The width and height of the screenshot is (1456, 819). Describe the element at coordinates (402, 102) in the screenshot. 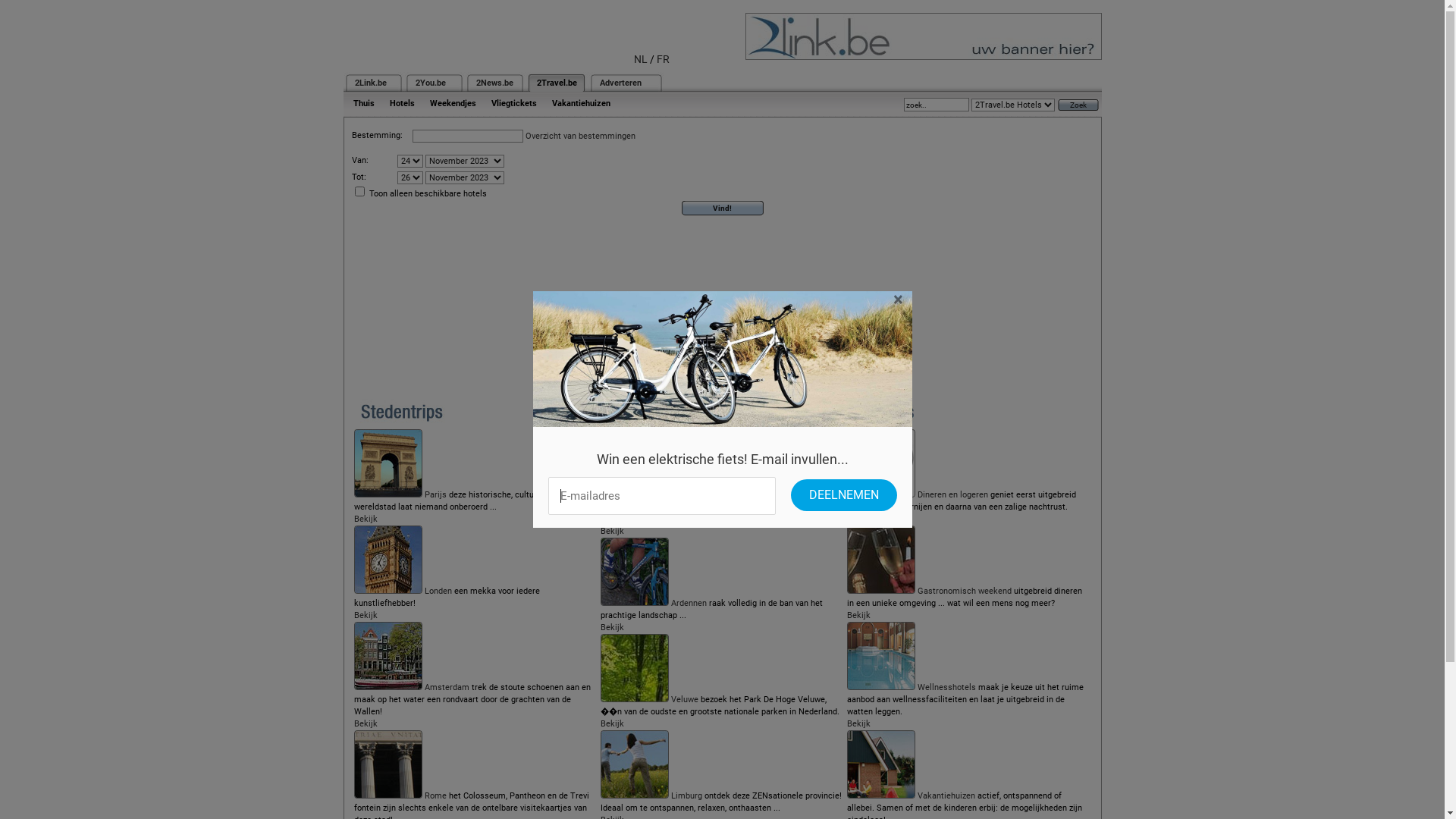

I see `'Hotels'` at that location.